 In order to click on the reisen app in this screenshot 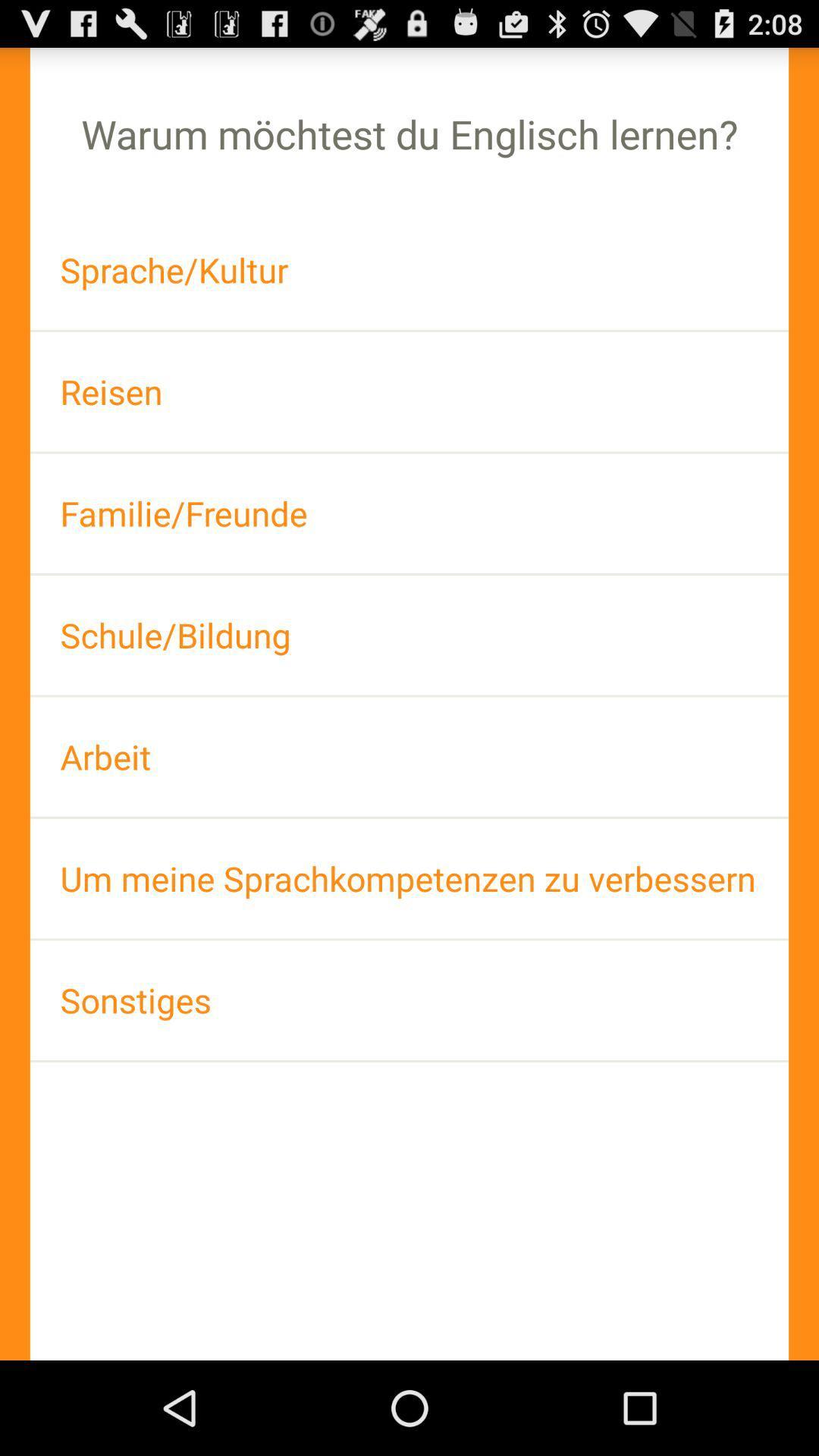, I will do `click(409, 391)`.